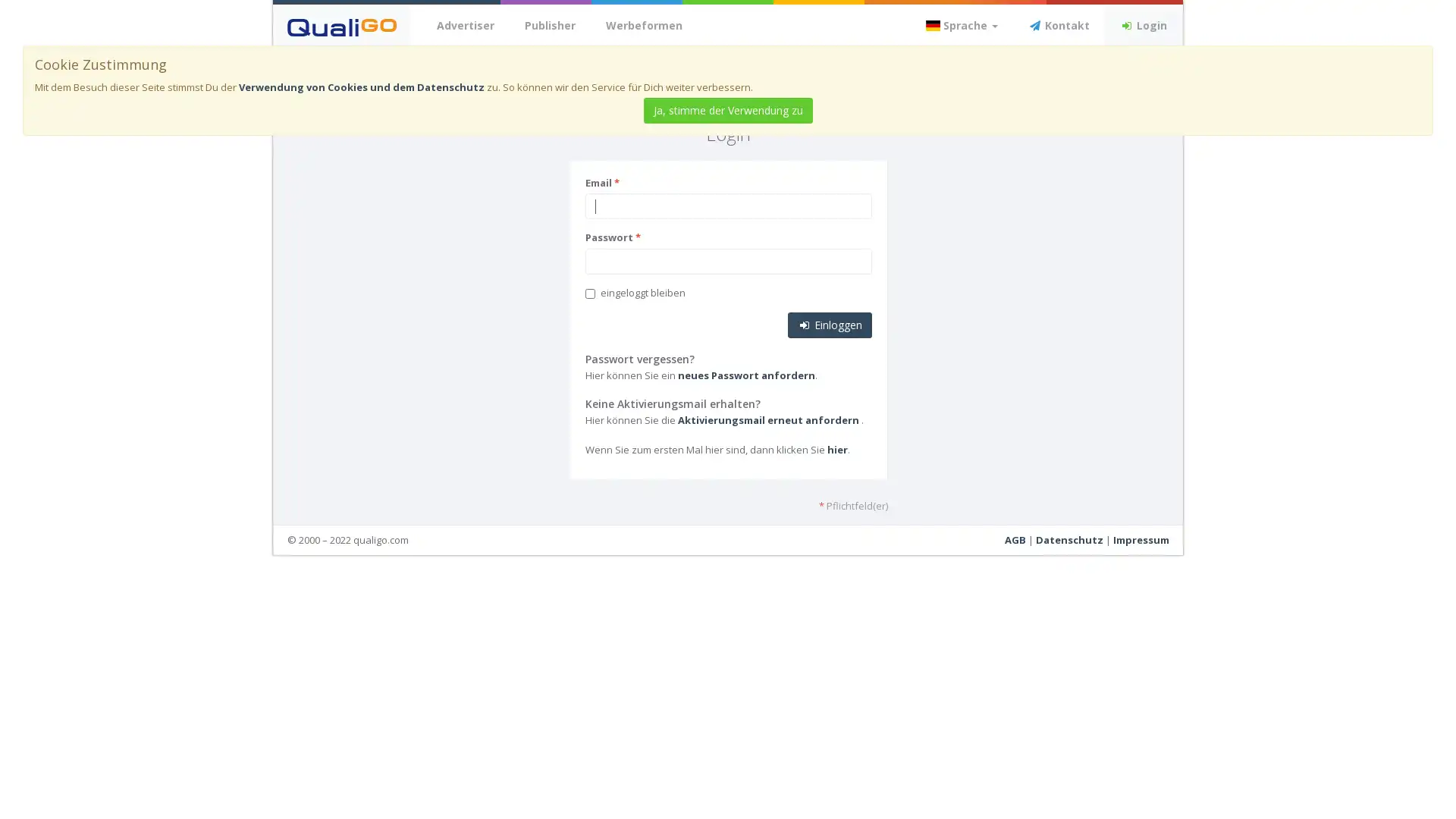  What do you see at coordinates (828, 324) in the screenshot?
I see `Einloggen` at bounding box center [828, 324].